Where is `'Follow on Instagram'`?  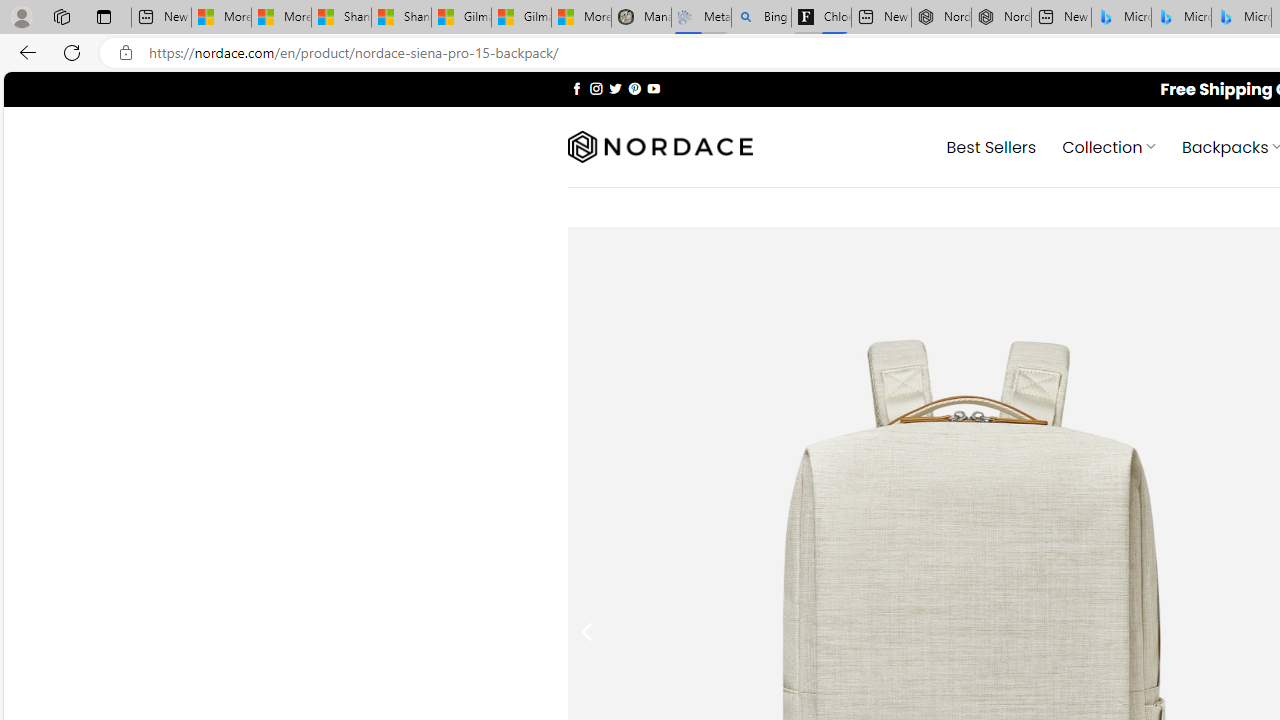
'Follow on Instagram' is located at coordinates (595, 87).